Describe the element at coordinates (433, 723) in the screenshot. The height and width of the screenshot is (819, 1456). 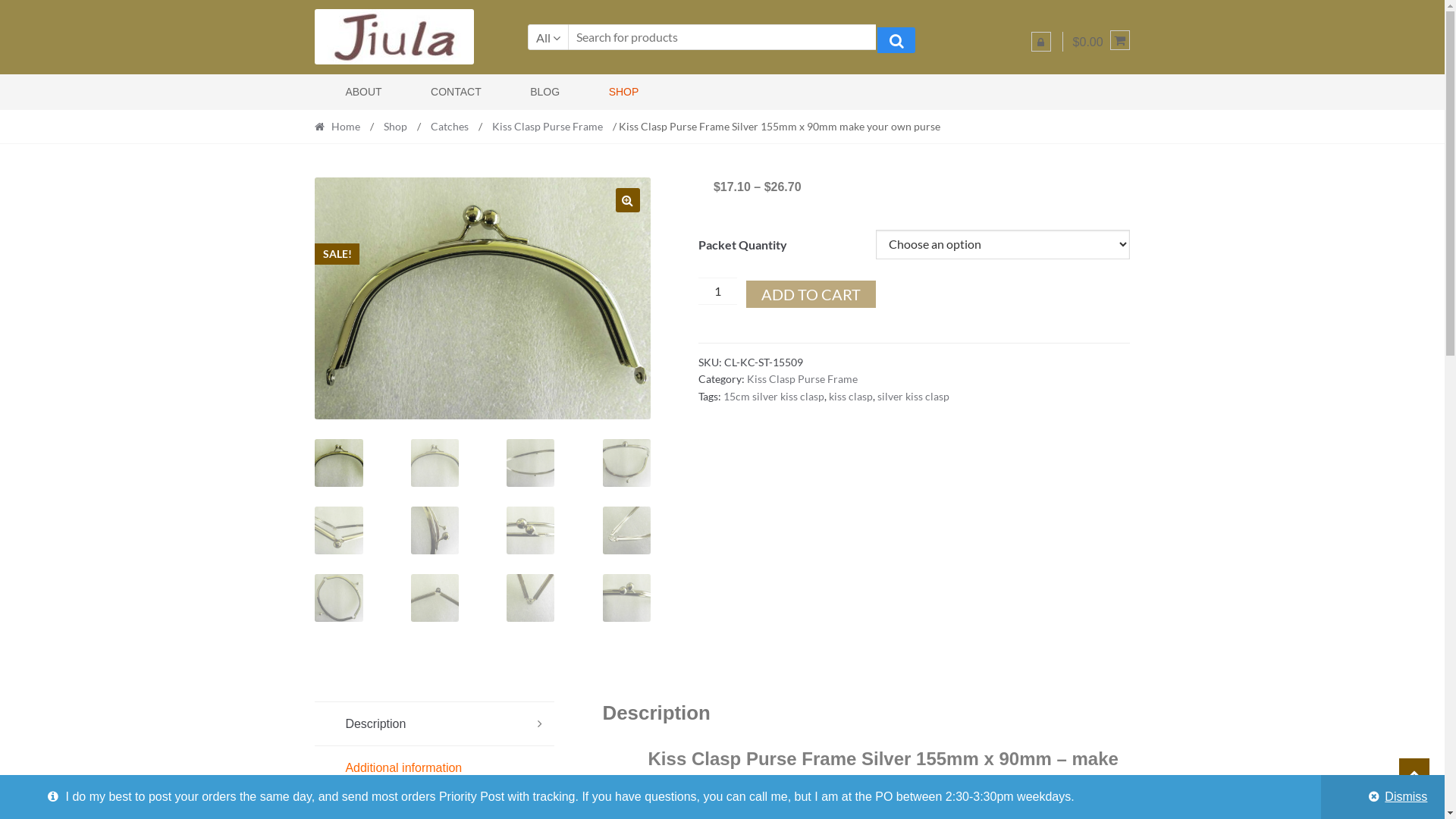
I see `'Description'` at that location.